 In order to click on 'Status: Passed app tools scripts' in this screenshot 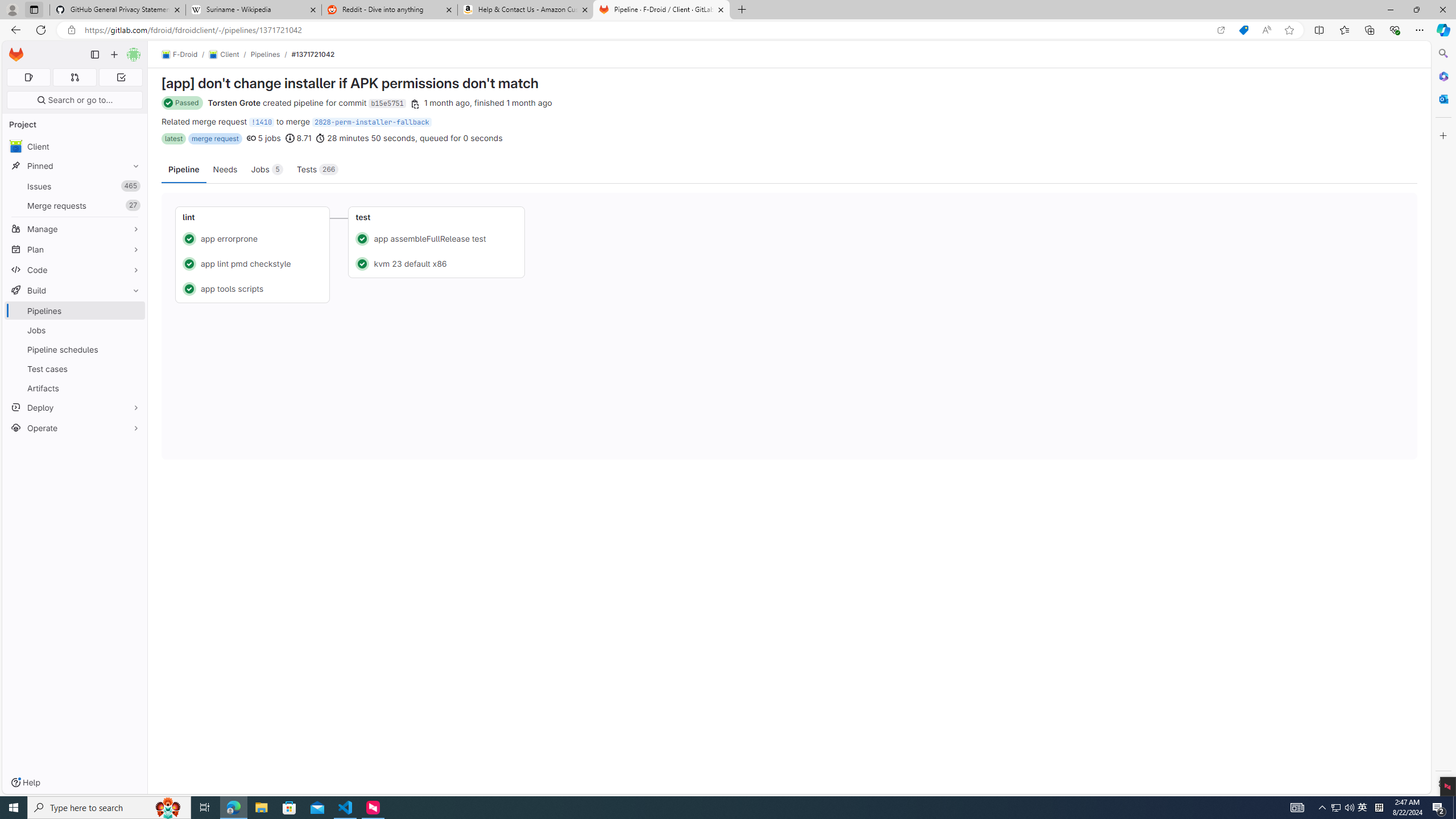, I will do `click(253, 288)`.